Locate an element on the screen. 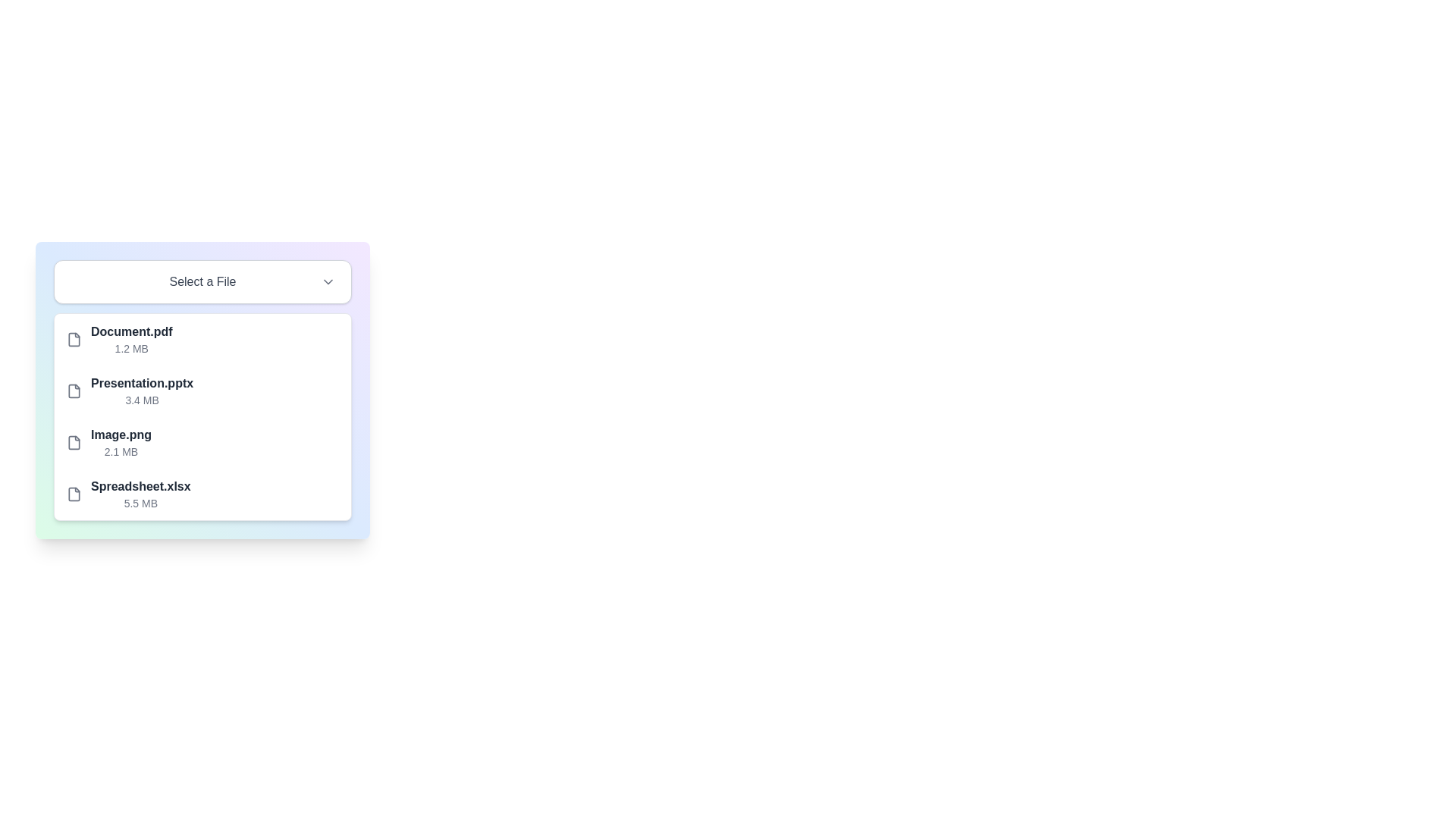 The image size is (1456, 819). text label that says 'Select a File', which is styled in gray font and located inside a prominent white box near the top of the display section is located at coordinates (202, 281).